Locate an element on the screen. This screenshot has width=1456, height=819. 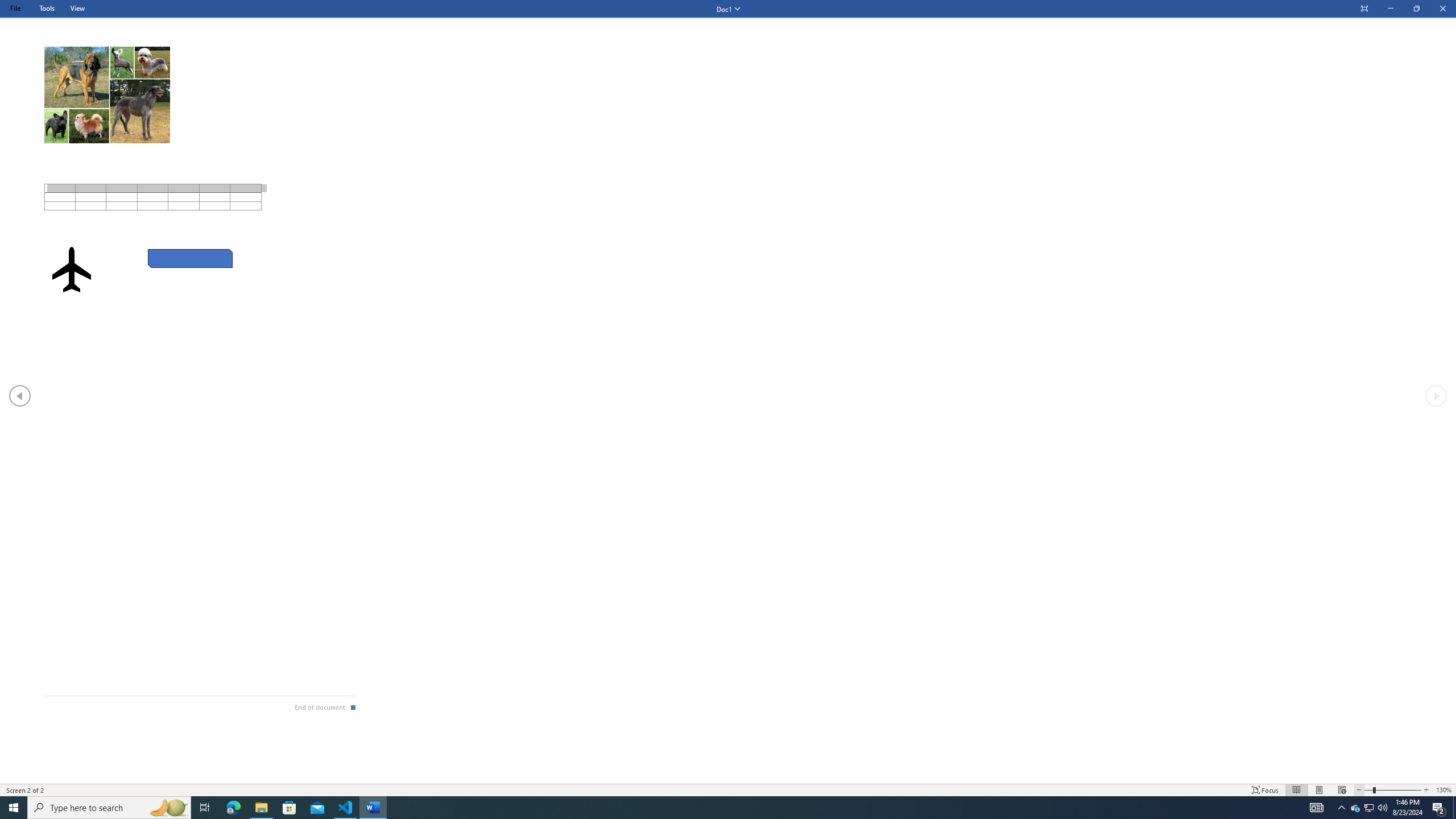
'Decrease Text Size' is located at coordinates (1358, 790).